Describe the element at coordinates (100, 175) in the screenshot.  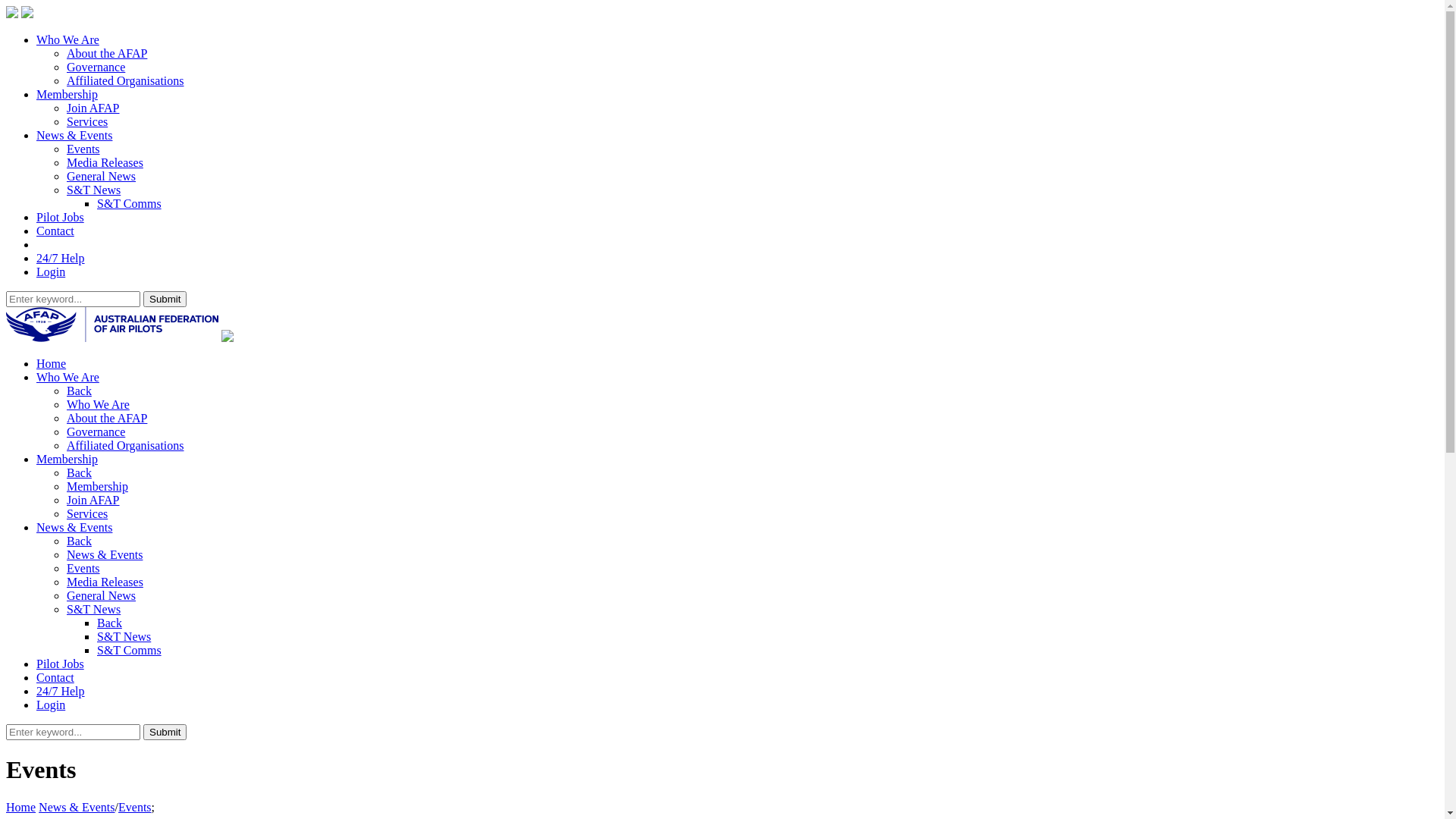
I see `'General News'` at that location.